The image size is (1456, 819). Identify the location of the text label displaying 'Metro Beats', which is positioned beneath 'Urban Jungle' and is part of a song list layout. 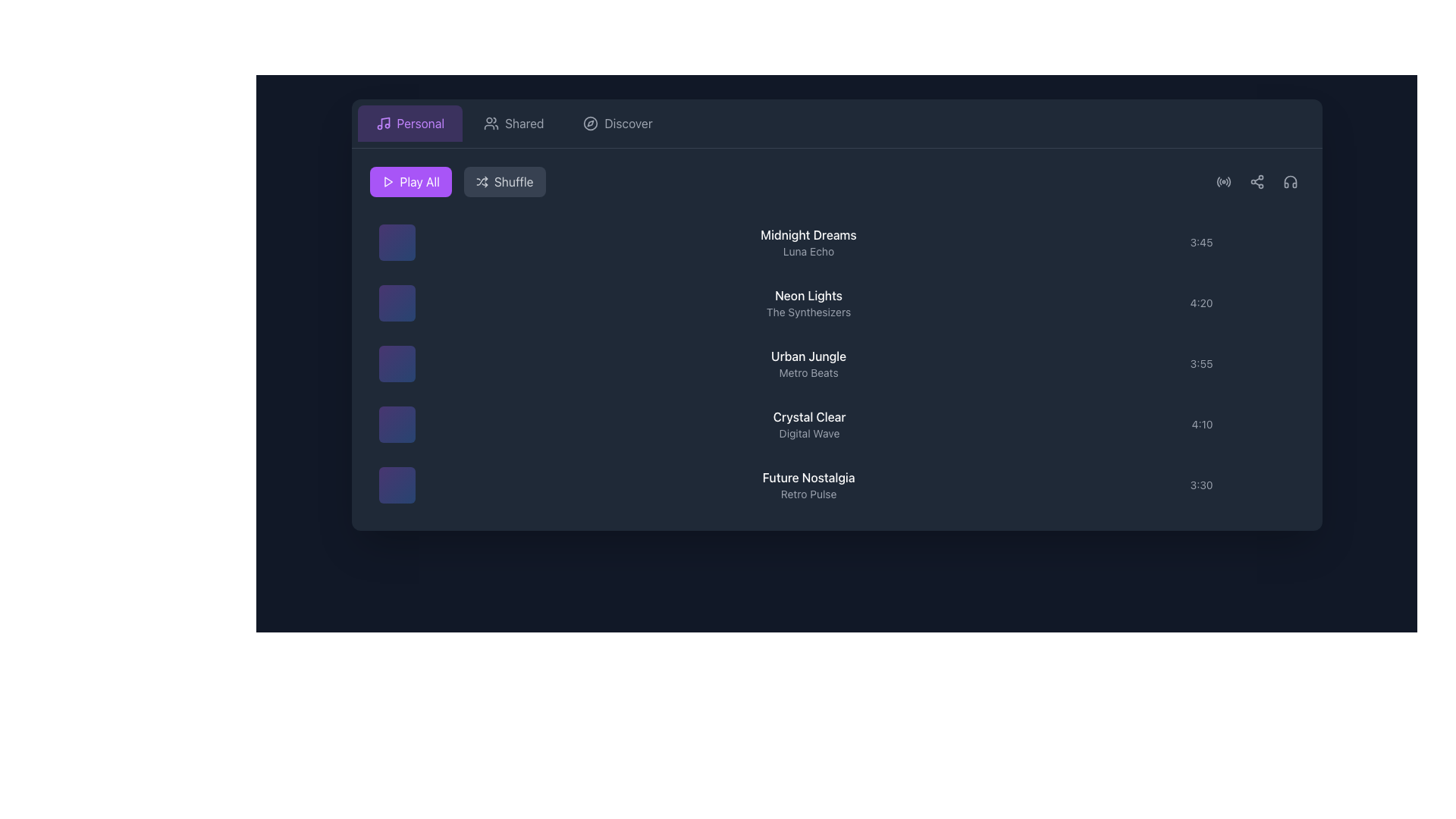
(808, 373).